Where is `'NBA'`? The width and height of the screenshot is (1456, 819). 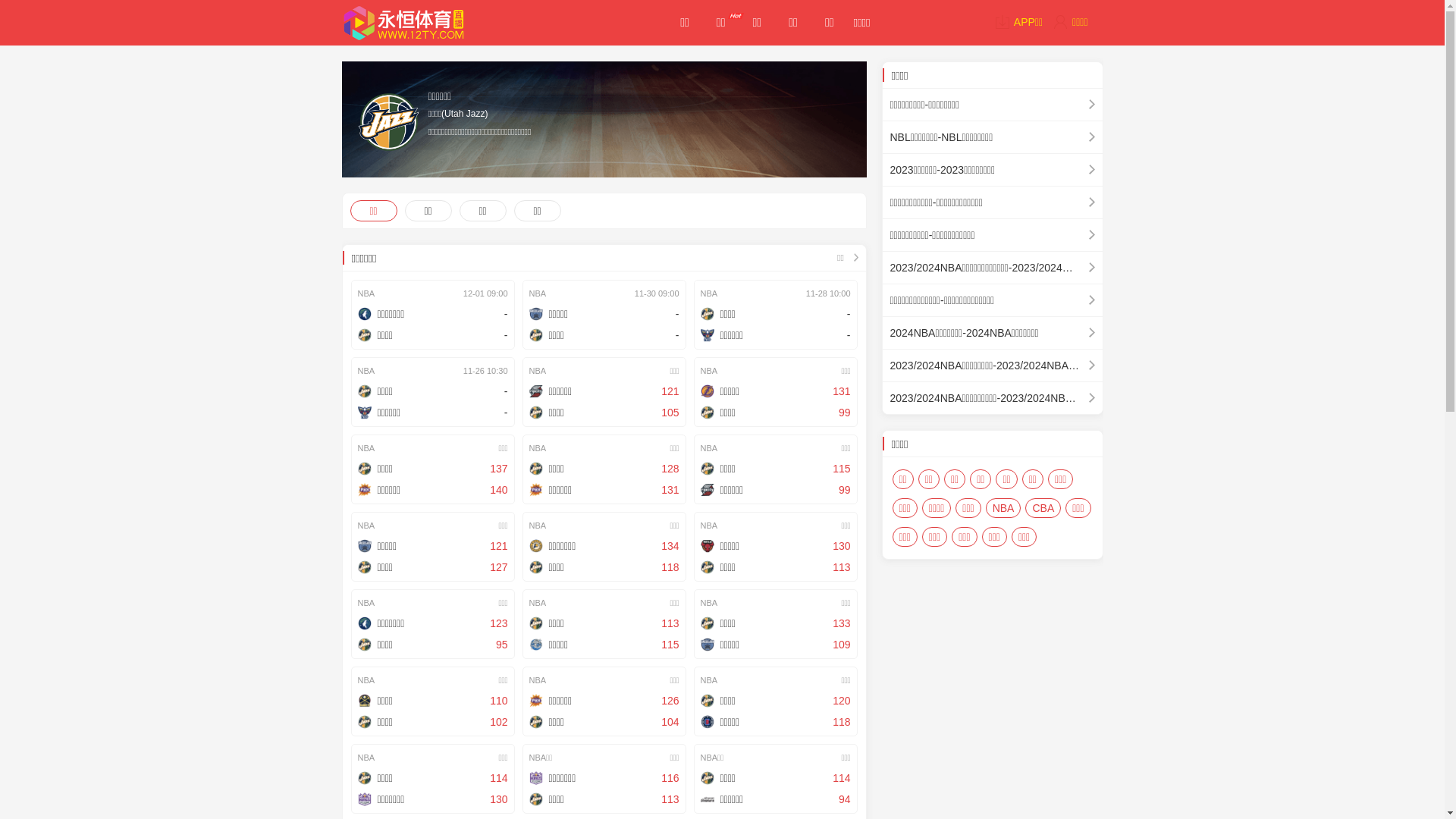 'NBA' is located at coordinates (1003, 508).